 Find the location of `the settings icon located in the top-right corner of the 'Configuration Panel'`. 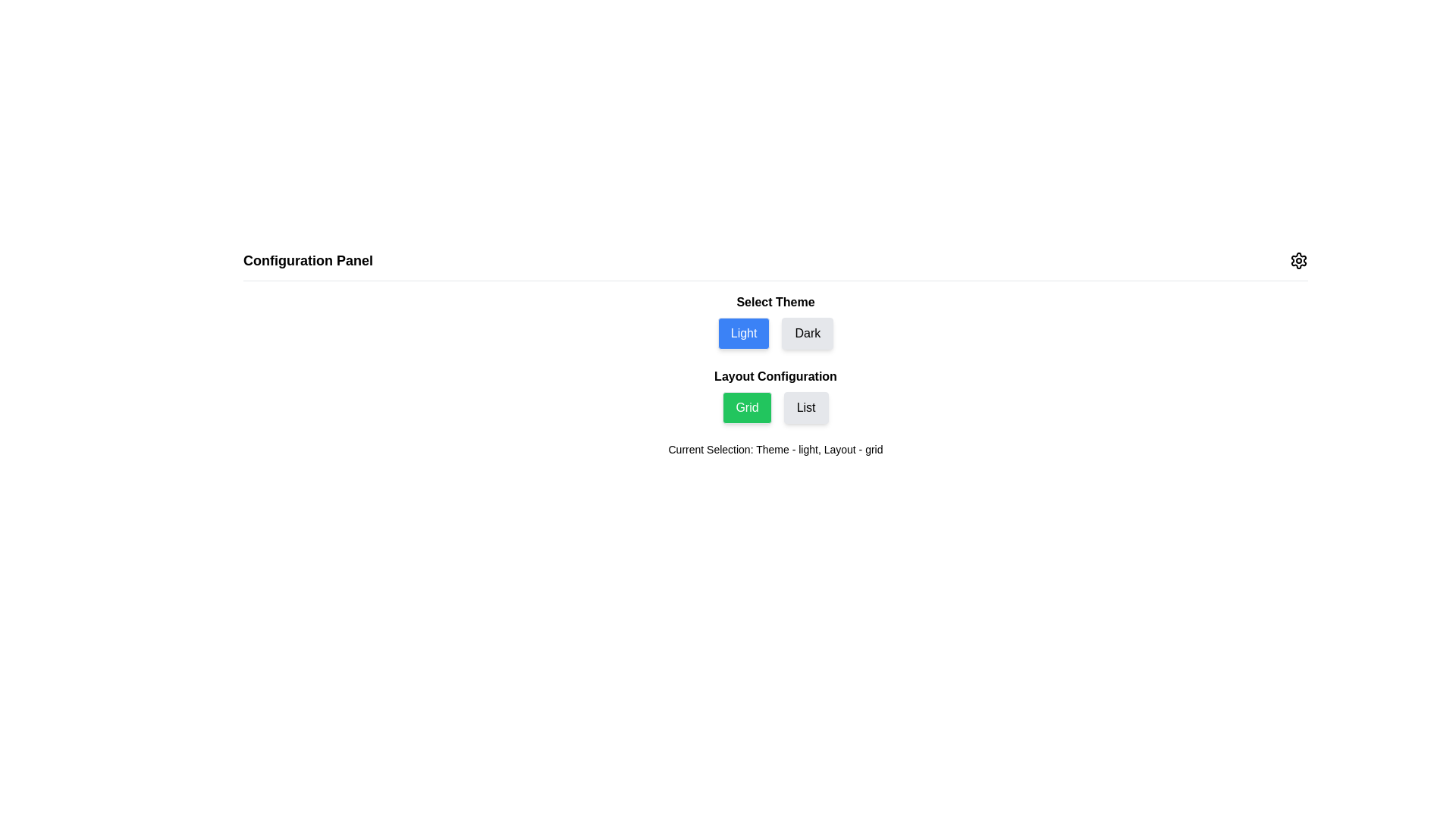

the settings icon located in the top-right corner of the 'Configuration Panel' is located at coordinates (1298, 259).